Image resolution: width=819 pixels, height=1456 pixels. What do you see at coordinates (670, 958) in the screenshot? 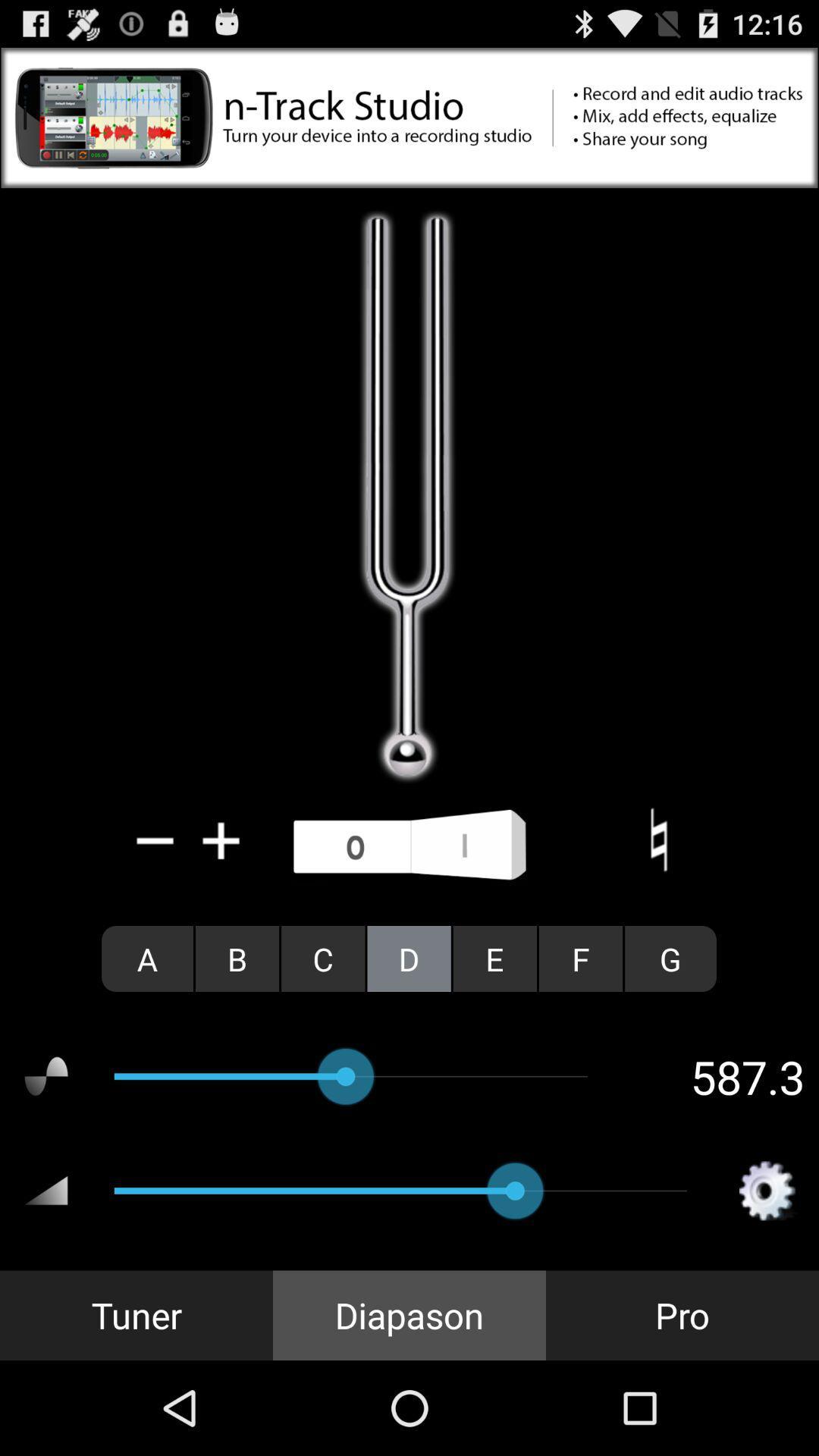
I see `radio button next to the f item` at bounding box center [670, 958].